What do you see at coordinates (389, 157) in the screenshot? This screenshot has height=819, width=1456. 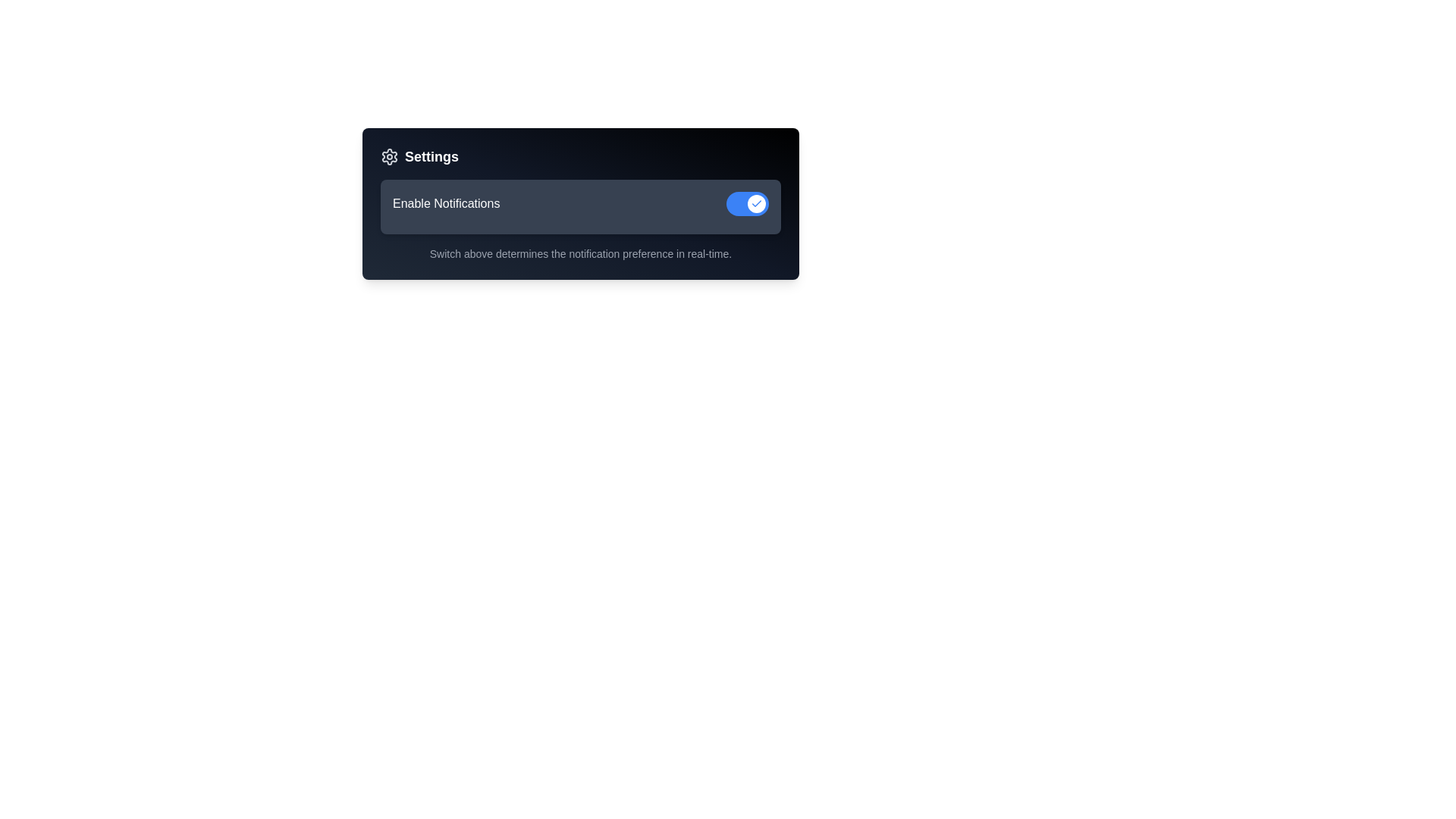 I see `the gear-like settings icon with a gray outline and light gray interior, located at the top-left corner of the black card, adjacent to the 'Settings' text` at bounding box center [389, 157].